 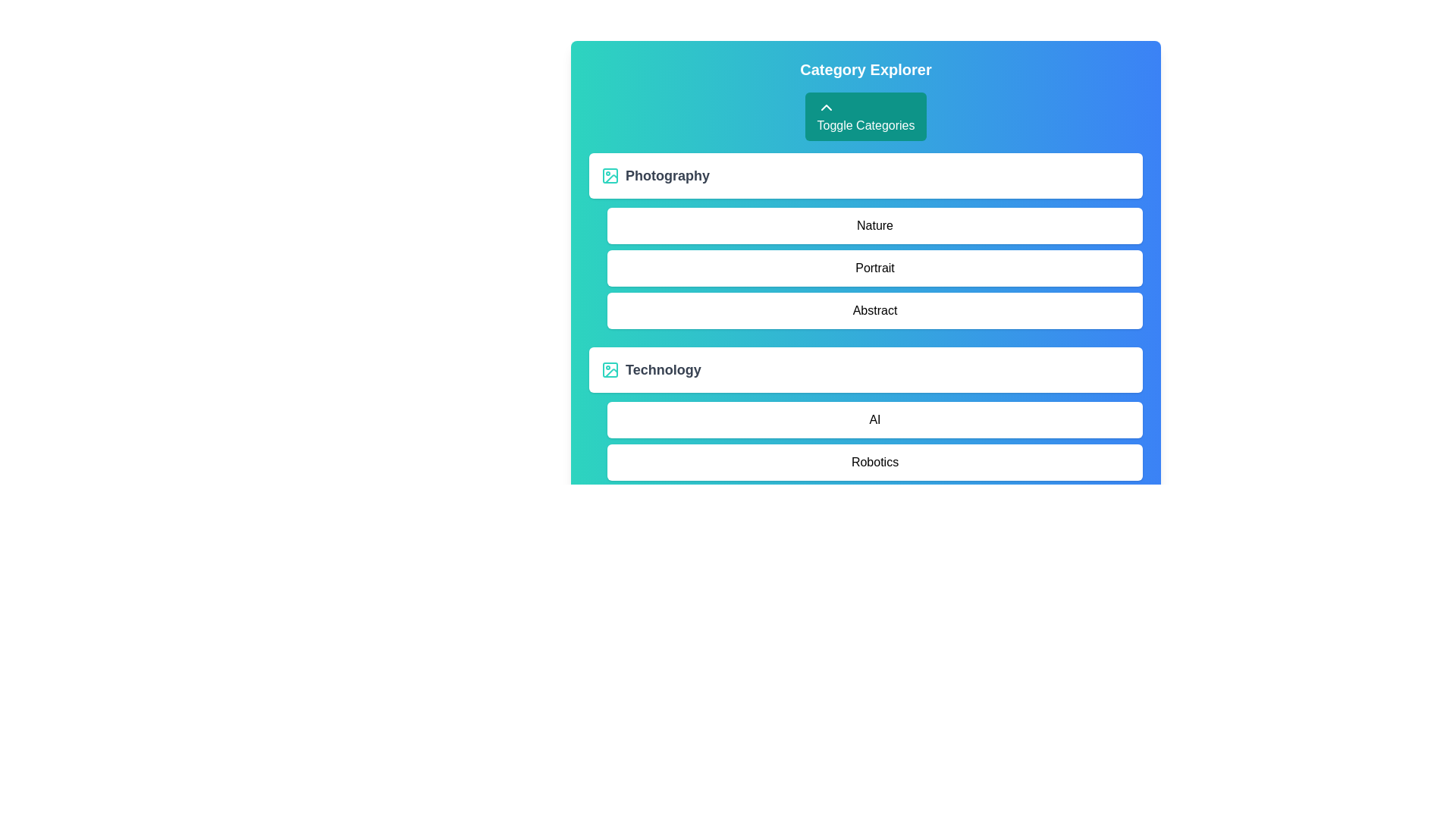 What do you see at coordinates (874, 309) in the screenshot?
I see `the item Abstract from the category Photography` at bounding box center [874, 309].